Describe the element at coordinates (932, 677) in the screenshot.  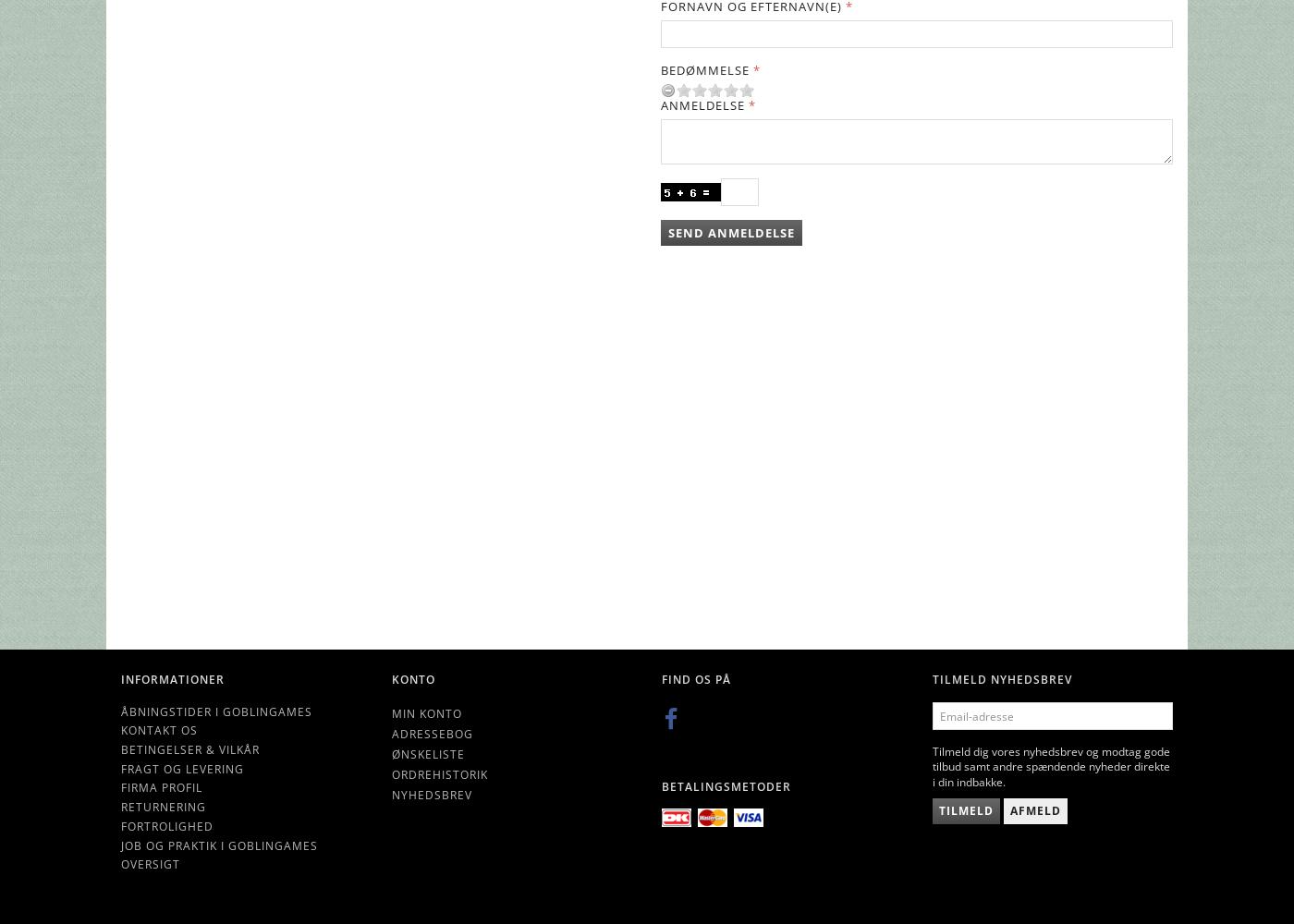
I see `'Tilmeld nyhedsbrev'` at that location.